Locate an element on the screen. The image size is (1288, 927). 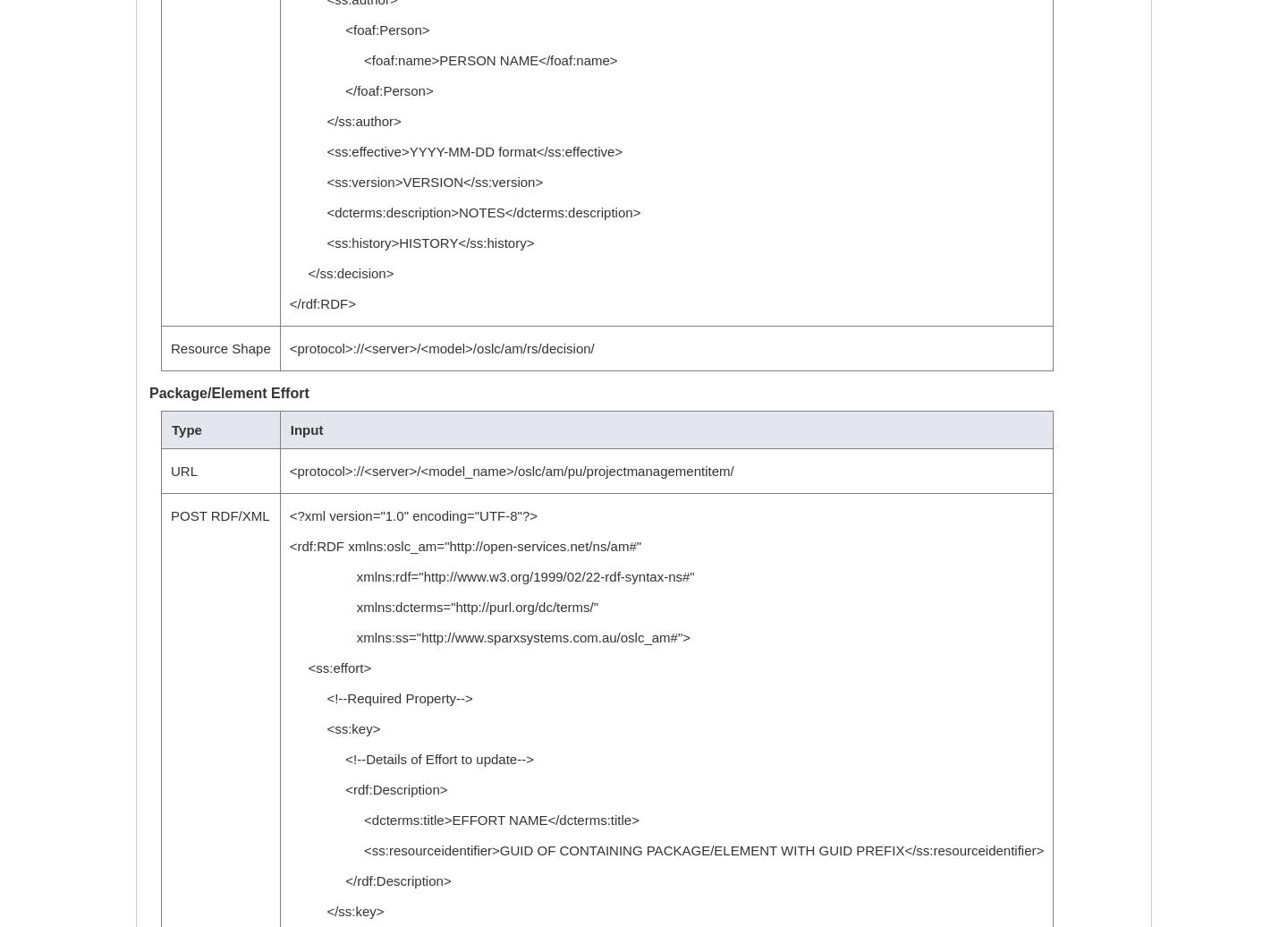
'</ss:author>' is located at coordinates (343, 121).